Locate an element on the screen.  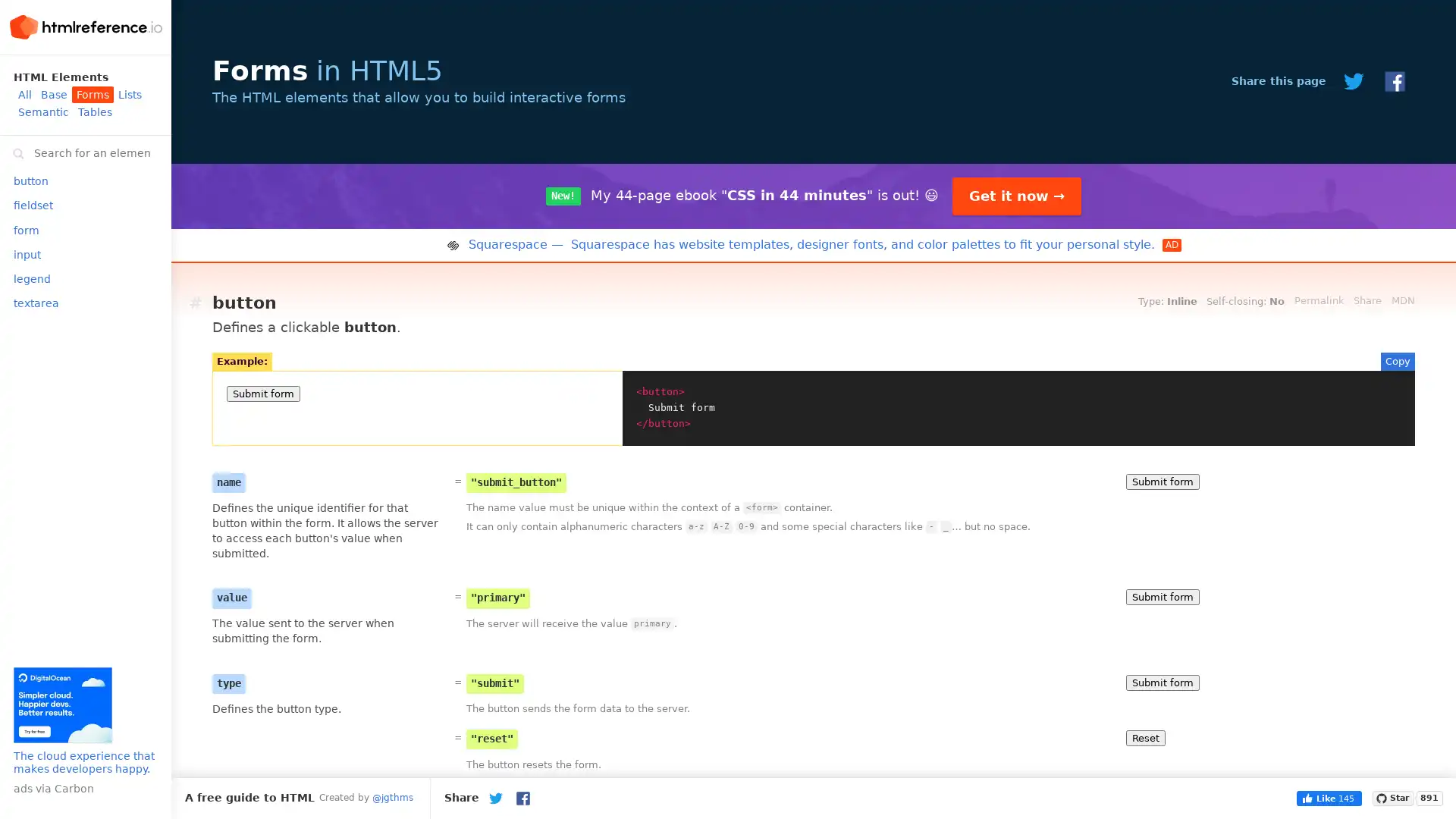
Submit form is located at coordinates (1162, 806).